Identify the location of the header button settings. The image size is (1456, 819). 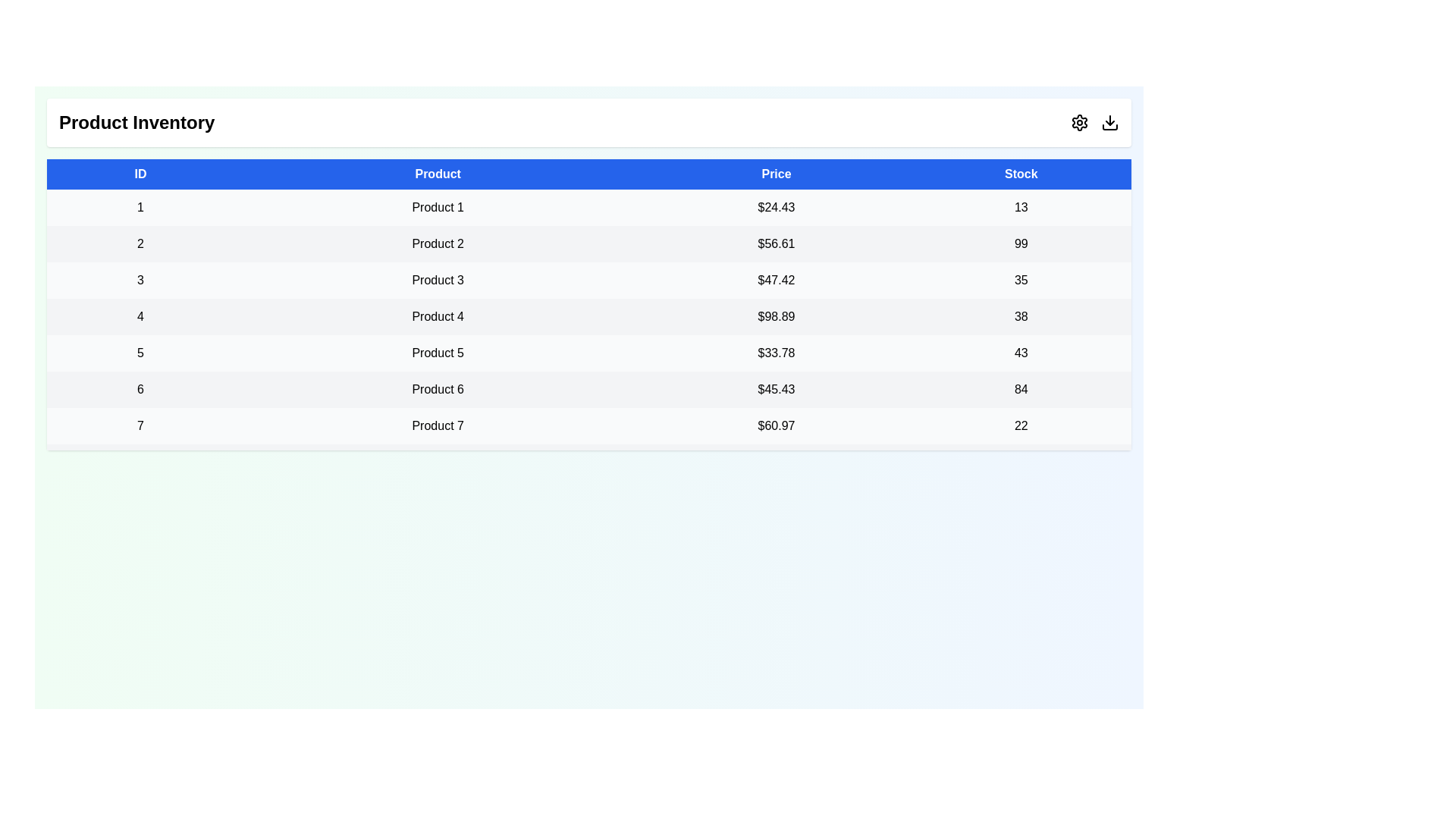
(1079, 122).